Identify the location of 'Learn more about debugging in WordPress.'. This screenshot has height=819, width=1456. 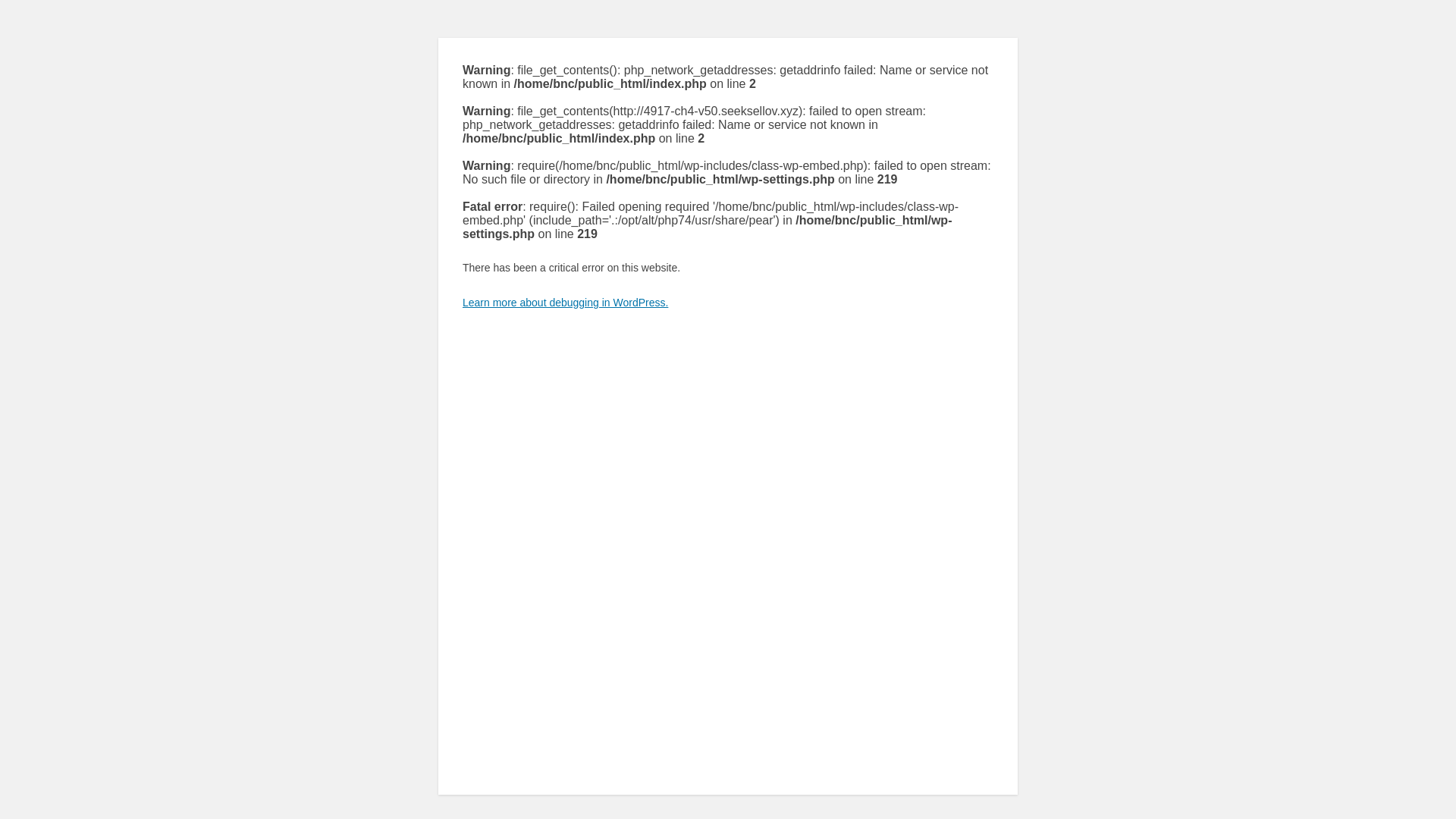
(461, 302).